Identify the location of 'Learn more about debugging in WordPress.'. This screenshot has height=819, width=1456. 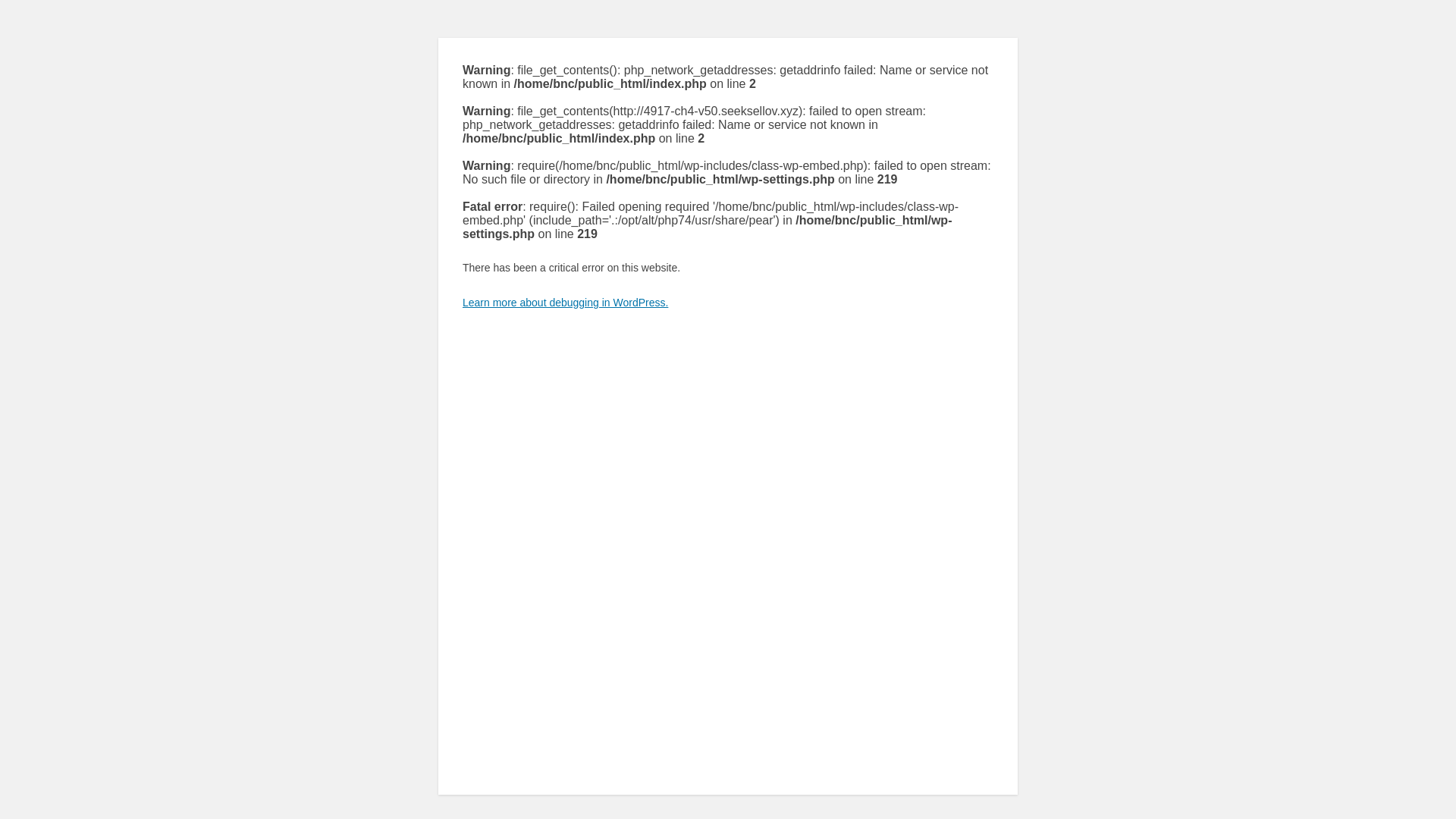
(461, 302).